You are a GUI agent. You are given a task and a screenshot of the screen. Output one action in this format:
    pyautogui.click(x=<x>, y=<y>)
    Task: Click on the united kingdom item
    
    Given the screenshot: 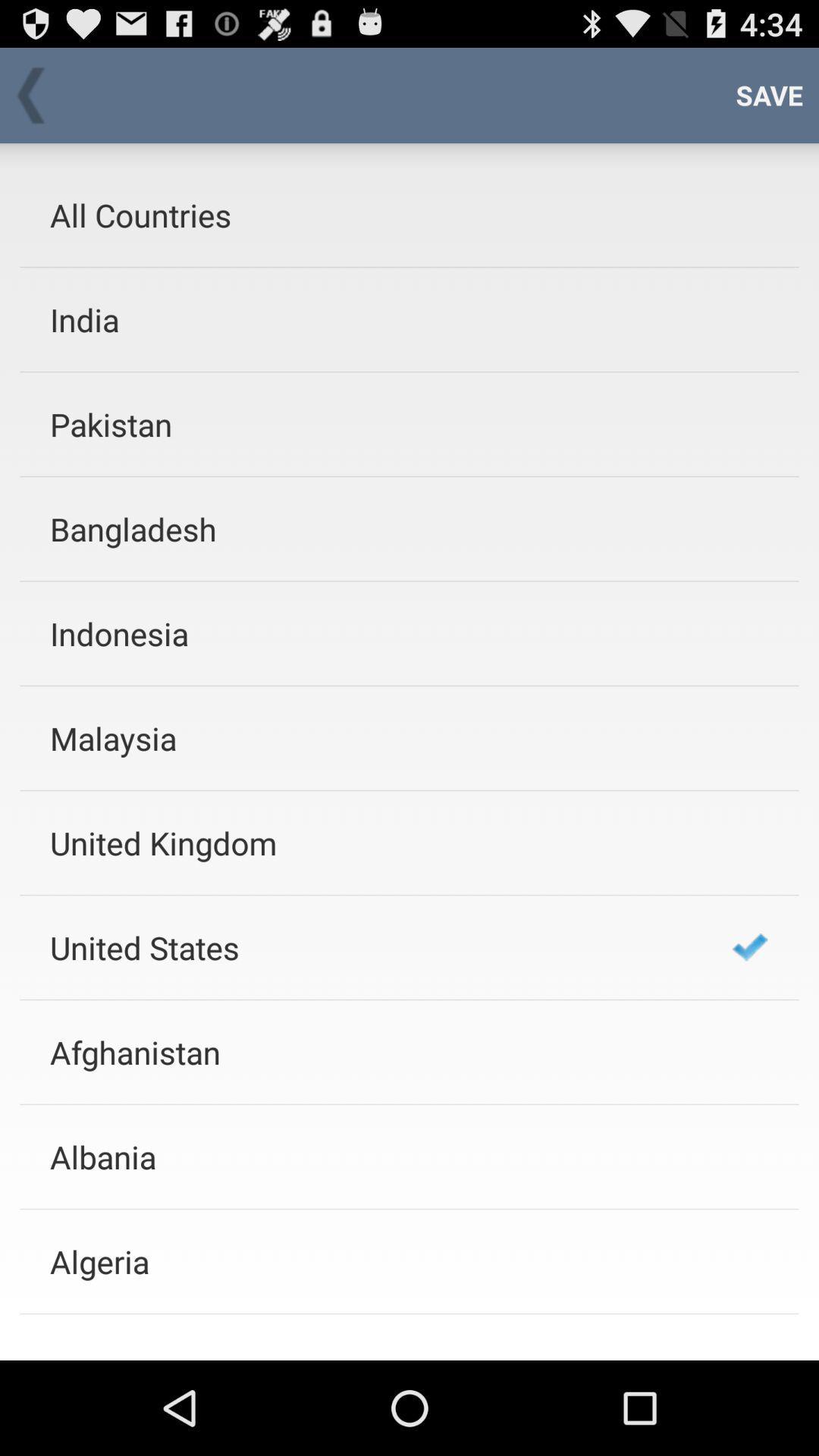 What is the action you would take?
    pyautogui.click(x=371, y=842)
    